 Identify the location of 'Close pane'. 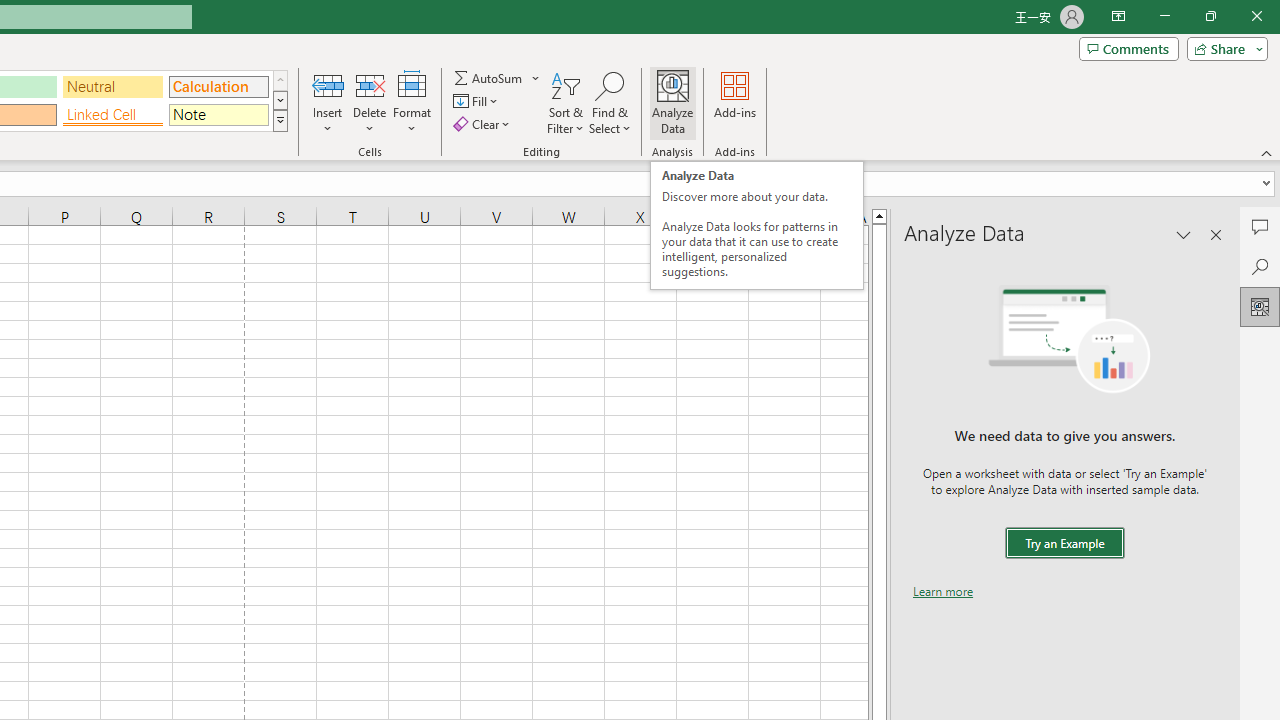
(1215, 234).